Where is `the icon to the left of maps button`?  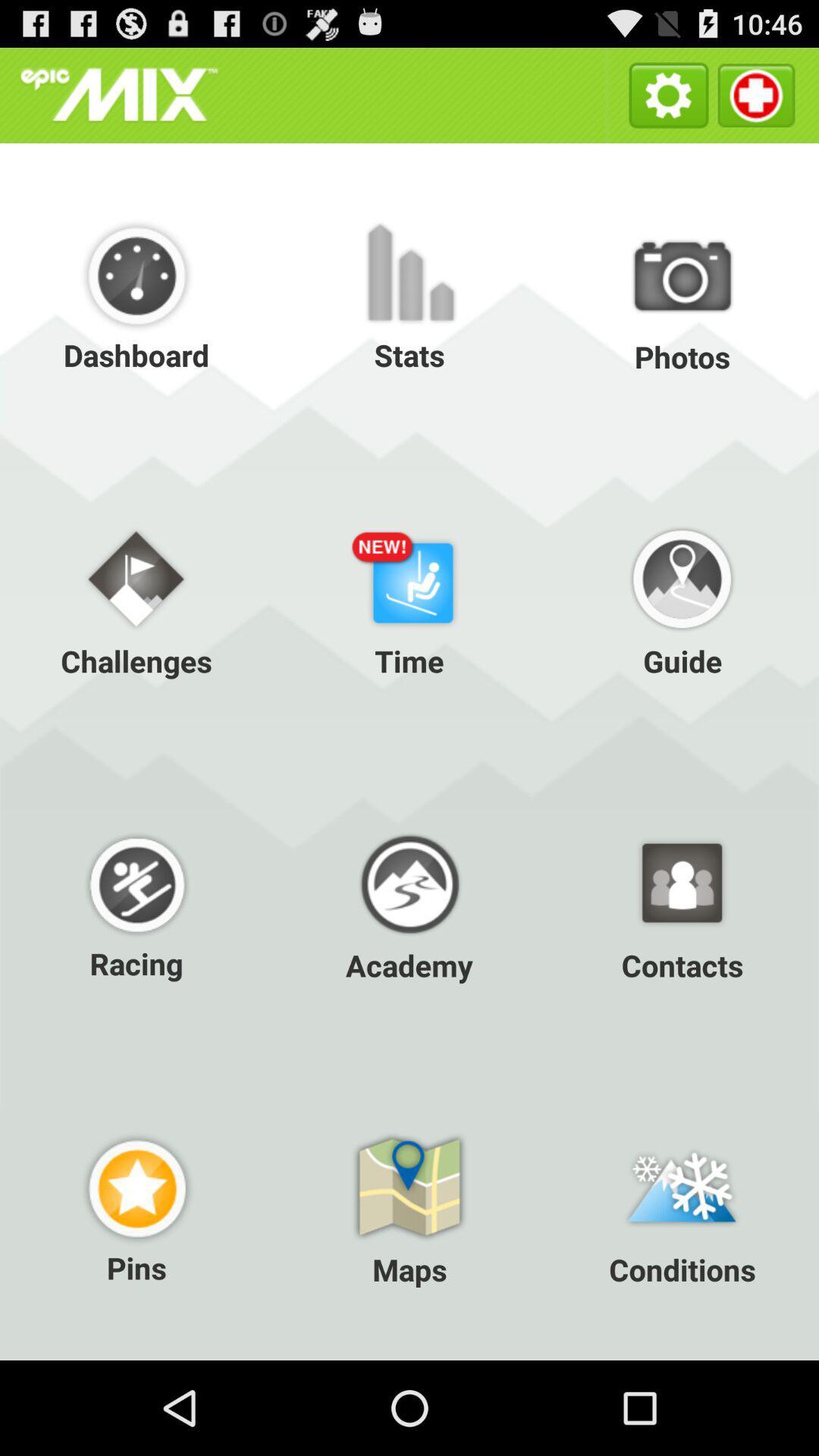
the icon to the left of maps button is located at coordinates (136, 1207).